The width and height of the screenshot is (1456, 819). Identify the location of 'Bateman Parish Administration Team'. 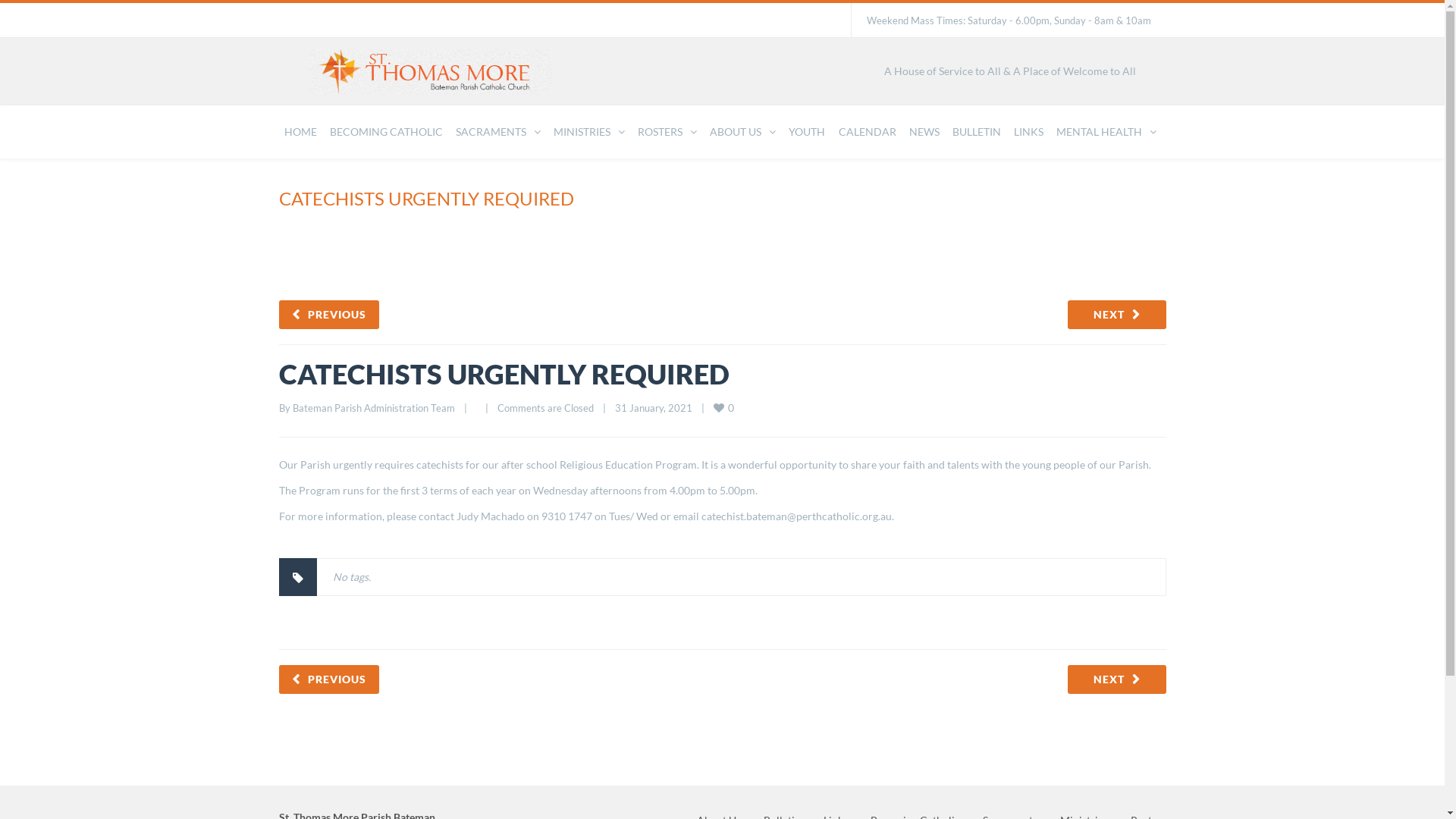
(374, 406).